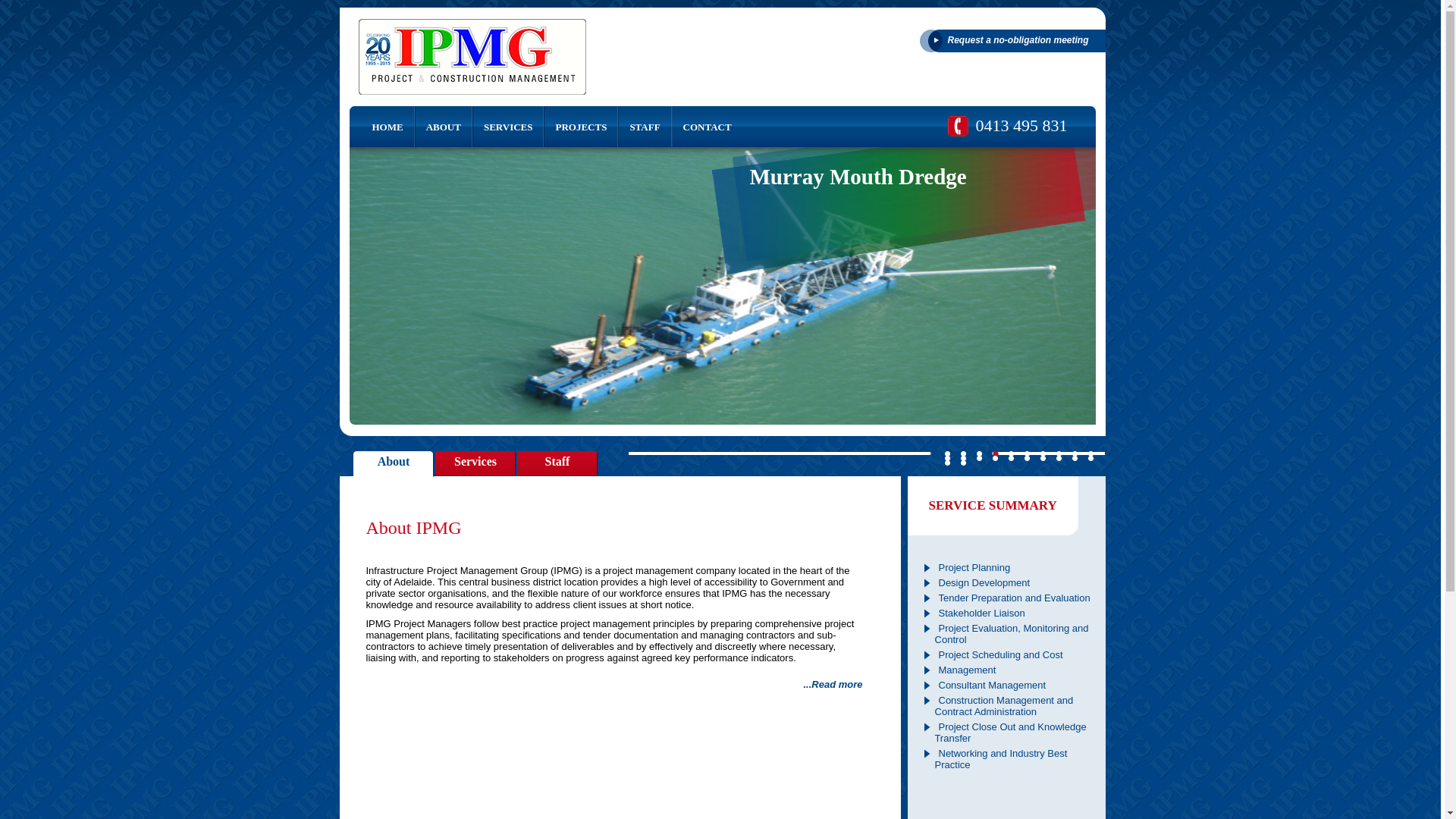 This screenshot has height=819, width=1456. I want to click on '15', so click(1012, 457).